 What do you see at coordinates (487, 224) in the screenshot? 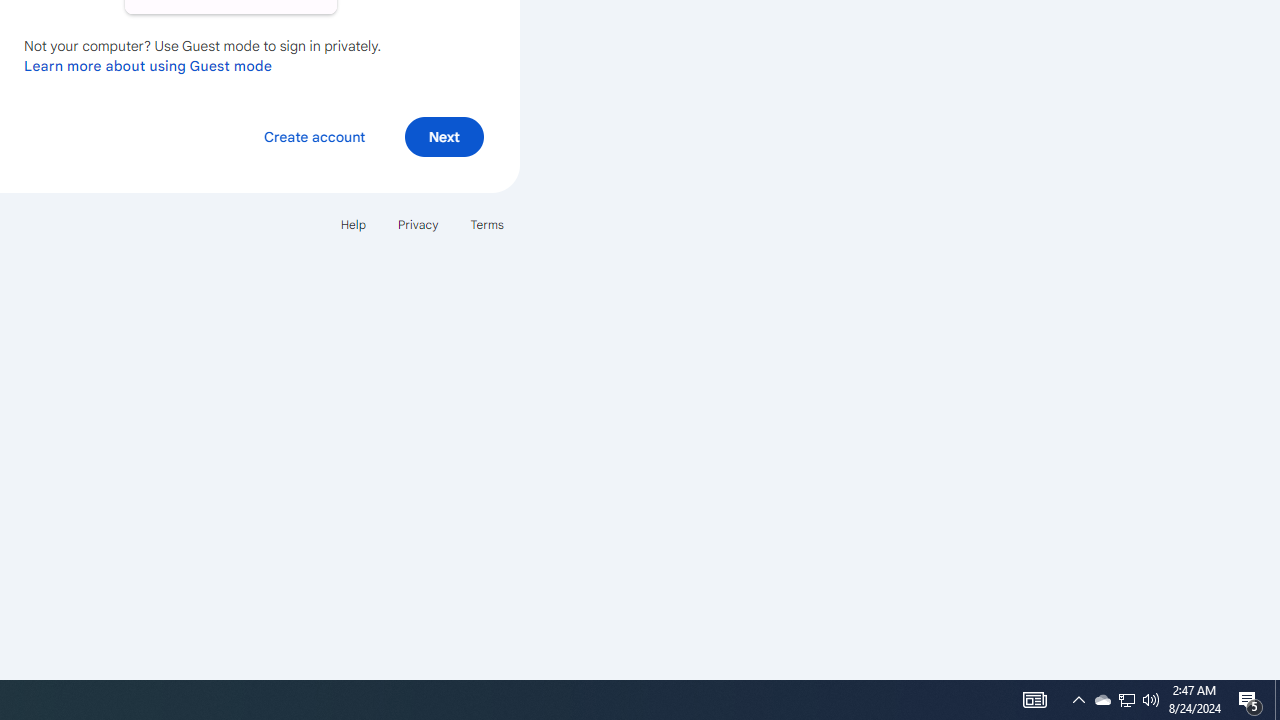
I see `'Terms'` at bounding box center [487, 224].